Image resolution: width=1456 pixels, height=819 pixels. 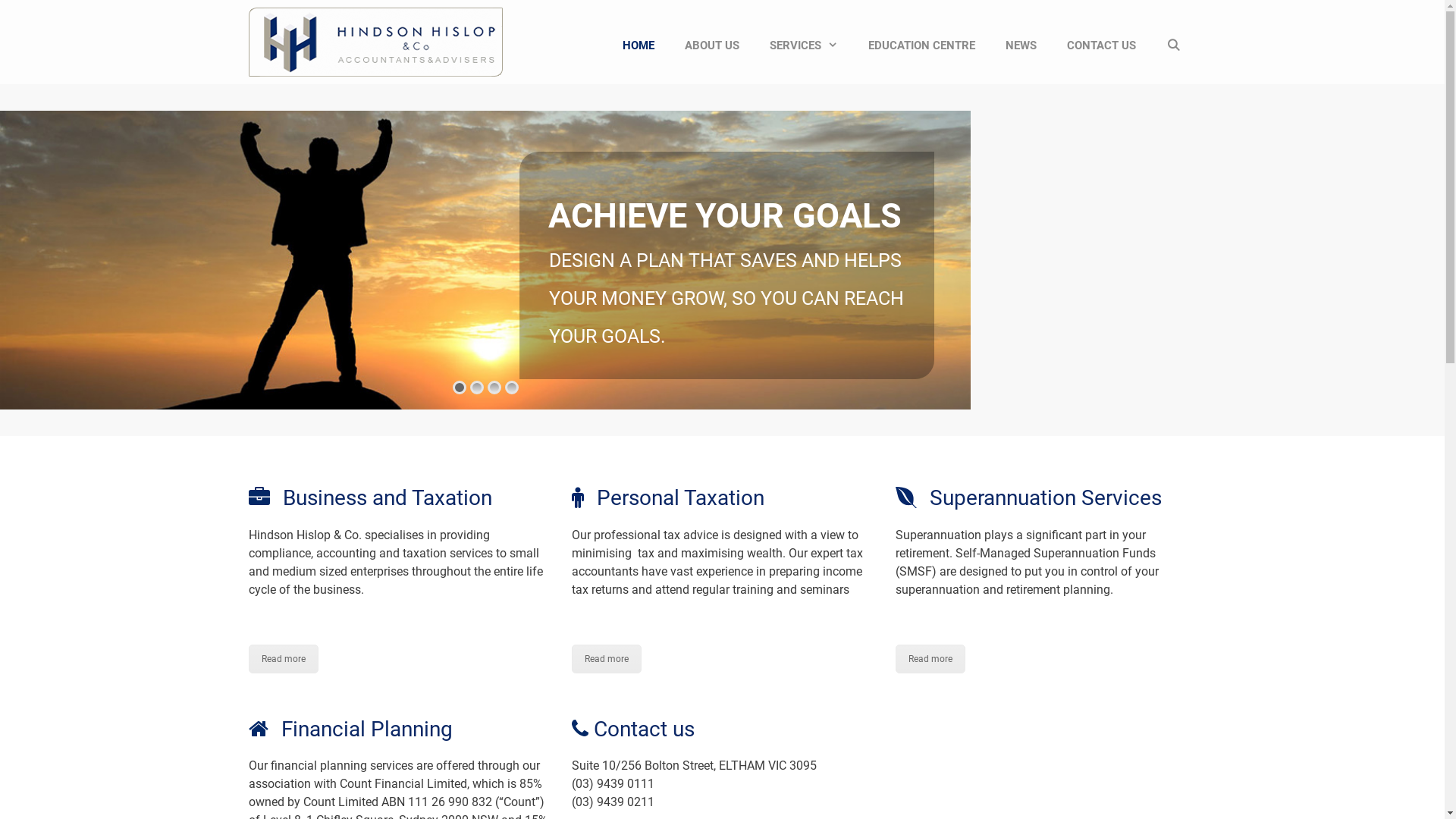 I want to click on 'EDUCATION CENTRE', so click(x=921, y=45).